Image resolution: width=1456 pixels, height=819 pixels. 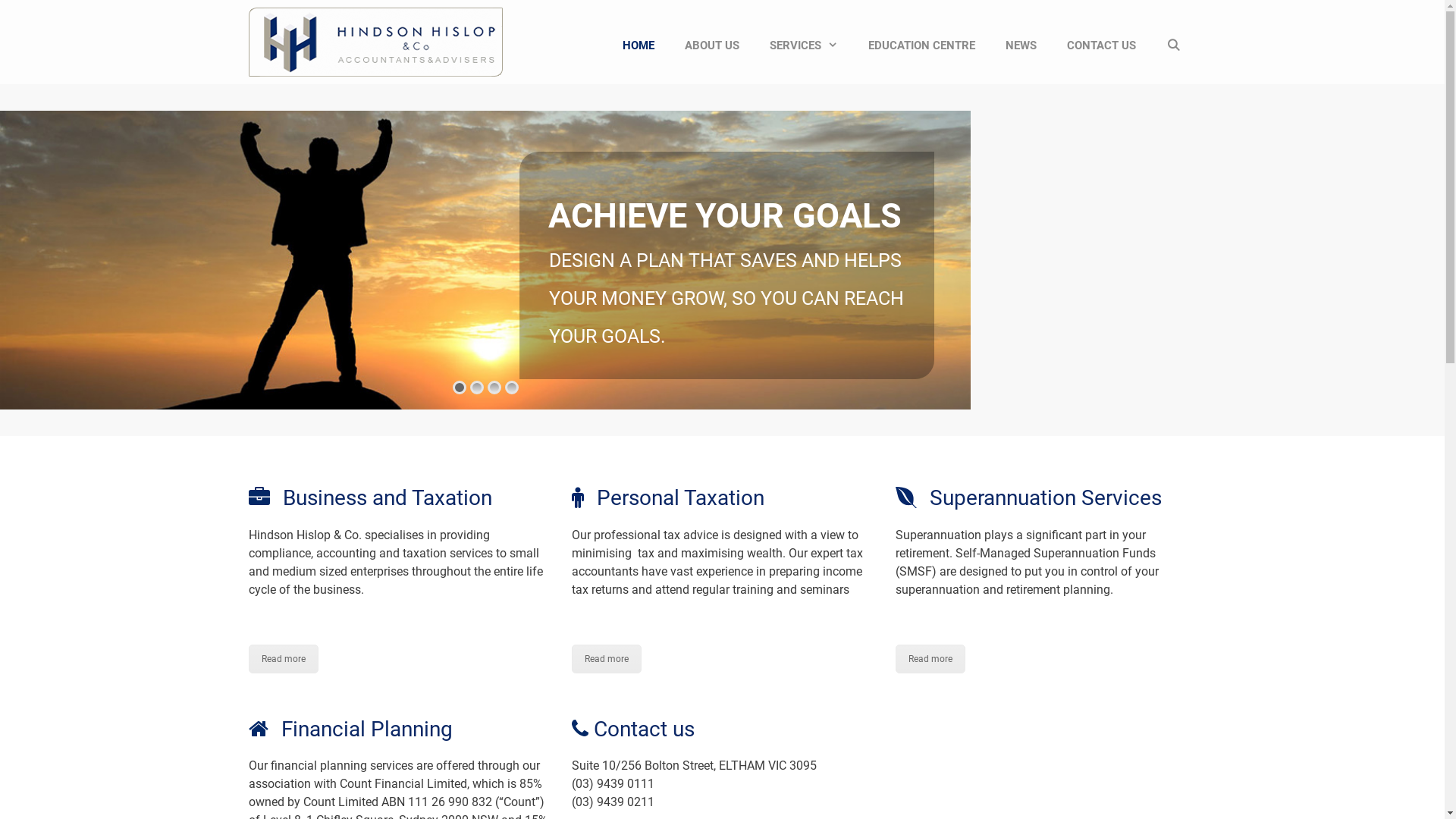 I want to click on 'EDUCATION CENTRE', so click(x=921, y=45).